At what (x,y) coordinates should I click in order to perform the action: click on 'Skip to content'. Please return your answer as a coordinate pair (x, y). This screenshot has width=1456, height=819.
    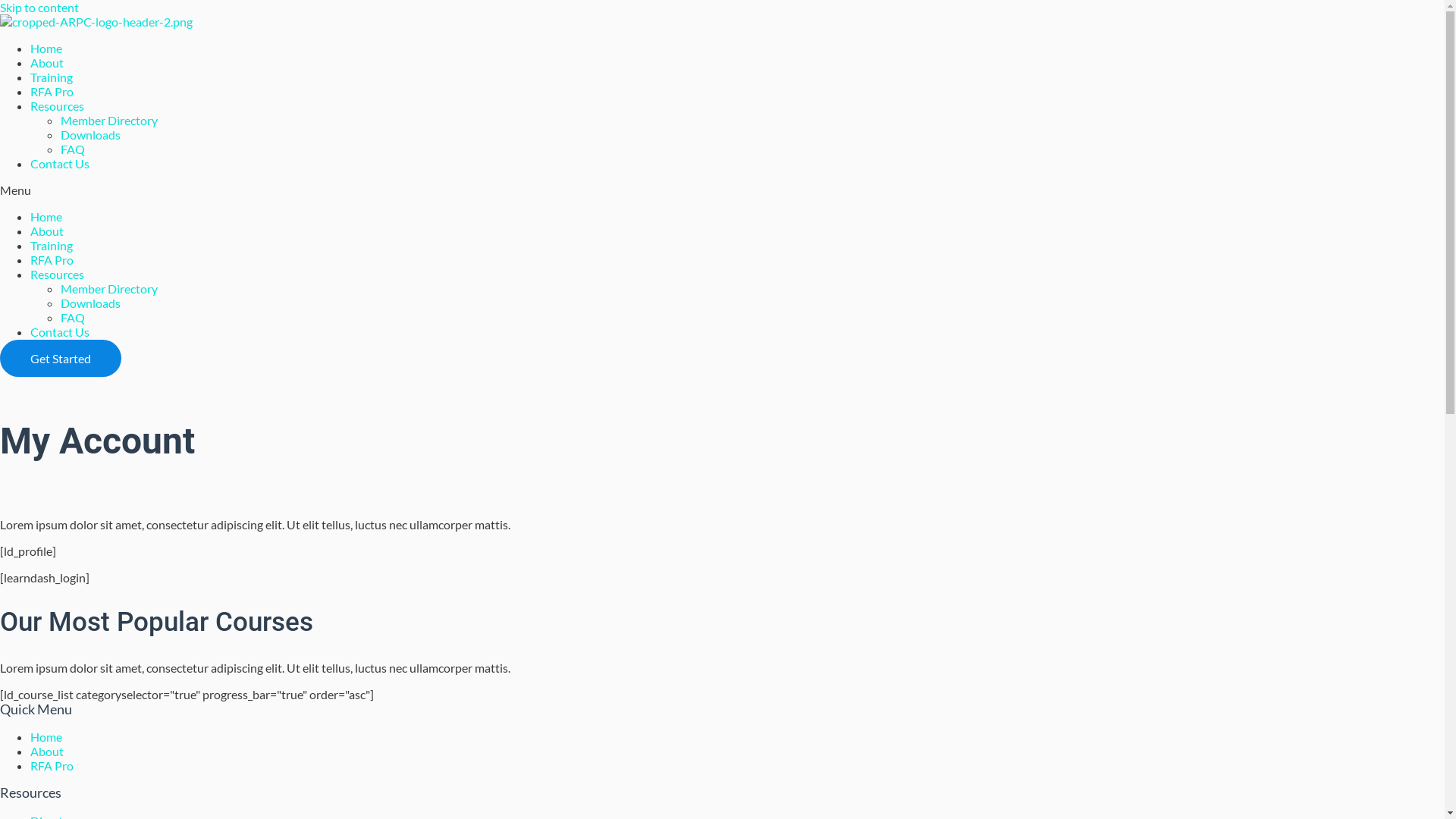
    Looking at the image, I should click on (39, 7).